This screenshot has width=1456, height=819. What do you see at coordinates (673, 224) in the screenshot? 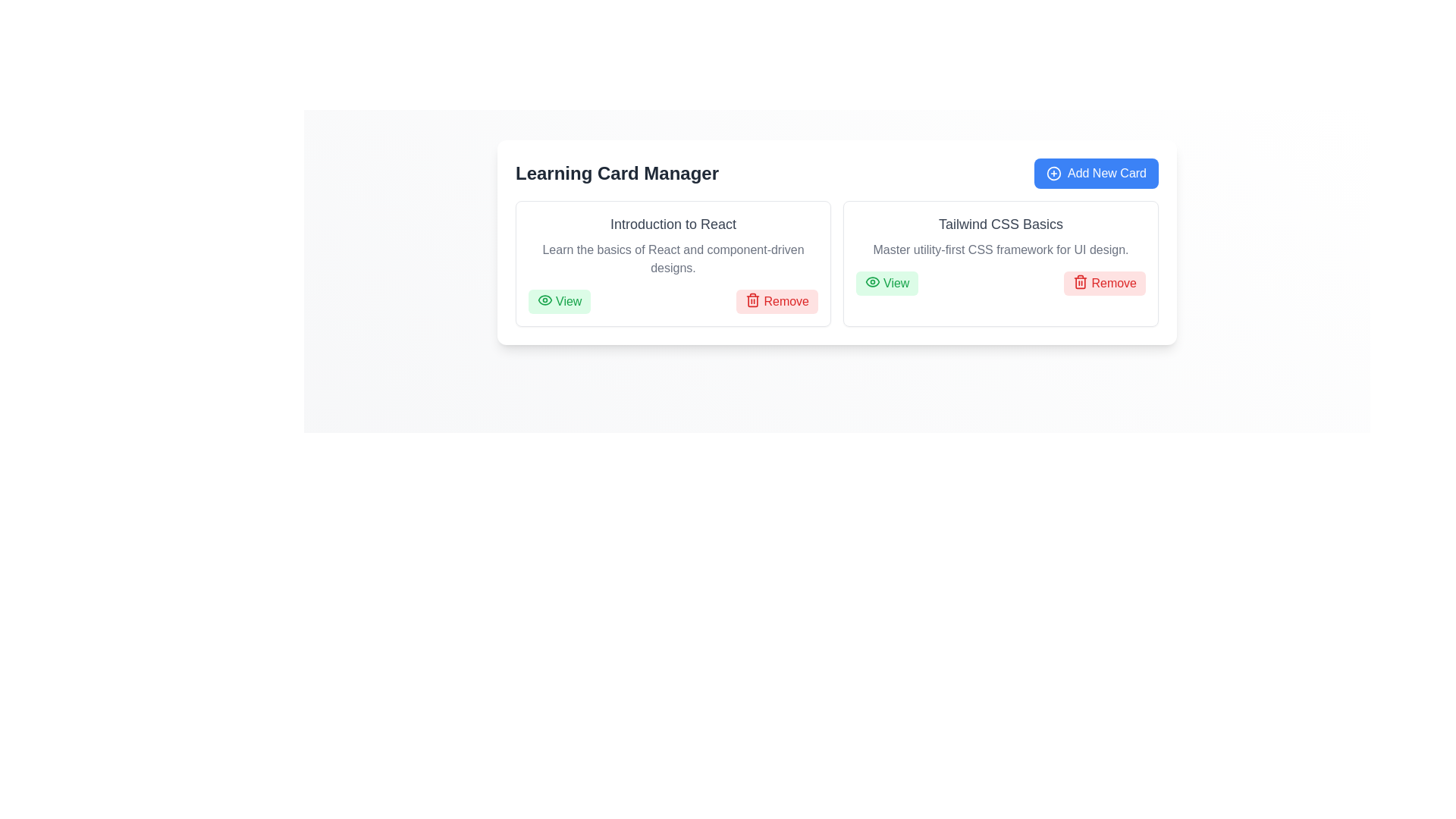
I see `the text label displaying 'Introduction to React' which is located at the top of the first card on the left` at bounding box center [673, 224].